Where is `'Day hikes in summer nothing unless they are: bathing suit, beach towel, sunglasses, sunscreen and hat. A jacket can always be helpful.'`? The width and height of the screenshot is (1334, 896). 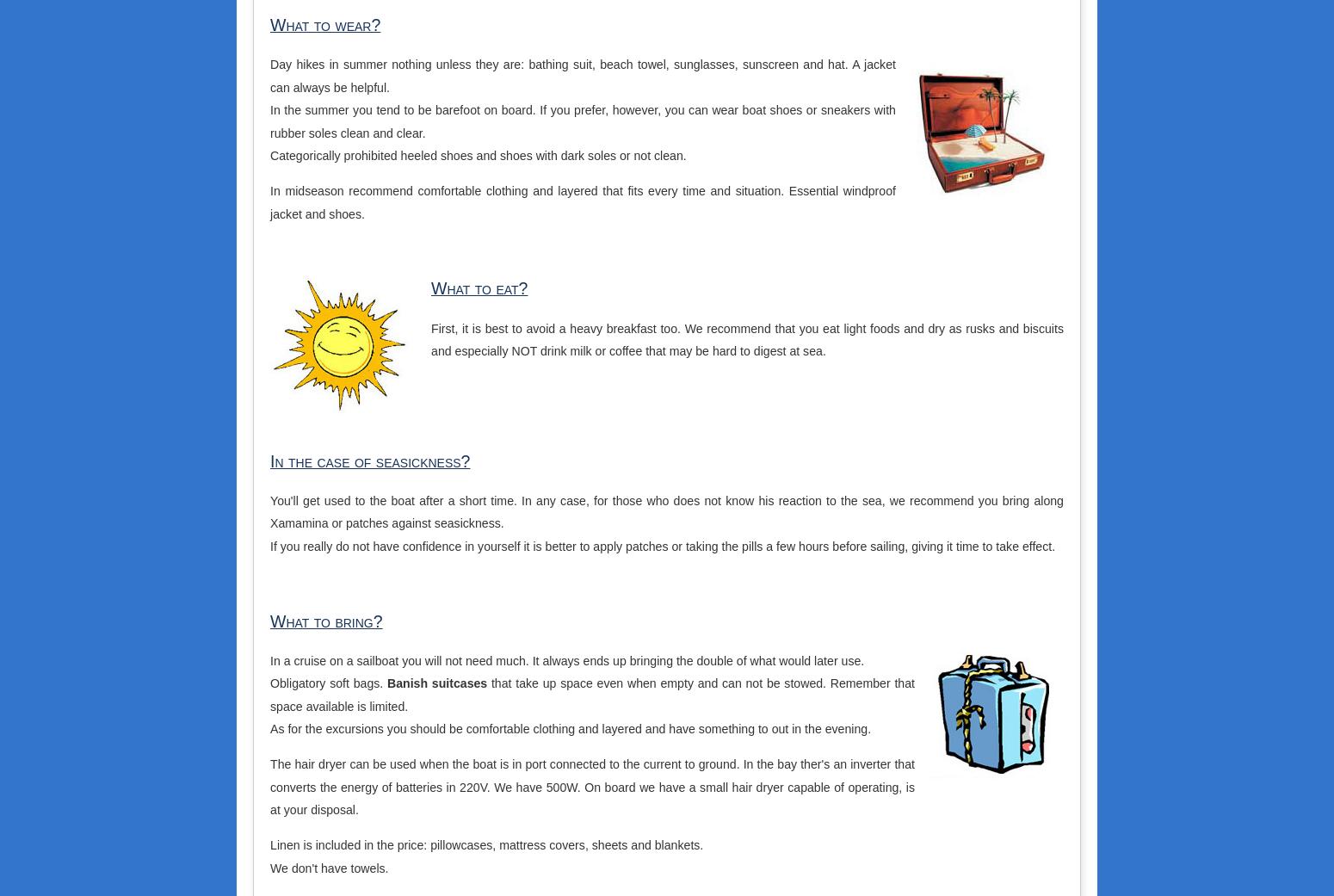 'Day hikes in summer nothing unless they are: bathing suit, beach towel, sunglasses, sunscreen and hat. A jacket can always be helpful.' is located at coordinates (269, 74).